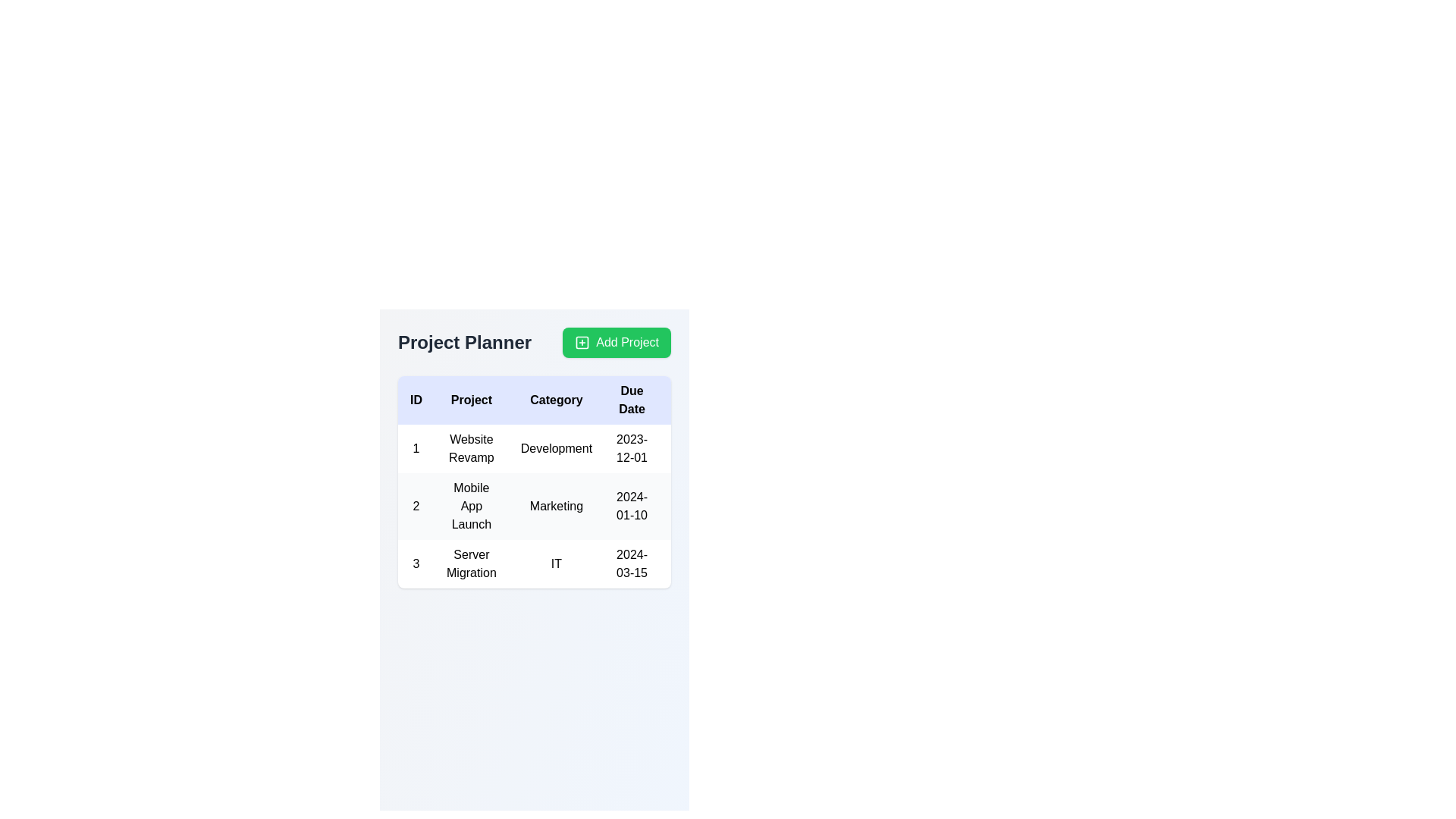  I want to click on the text label displaying 'Project', which is the second column header in a table, located between the 'ID' and 'Category' headers, so click(470, 400).